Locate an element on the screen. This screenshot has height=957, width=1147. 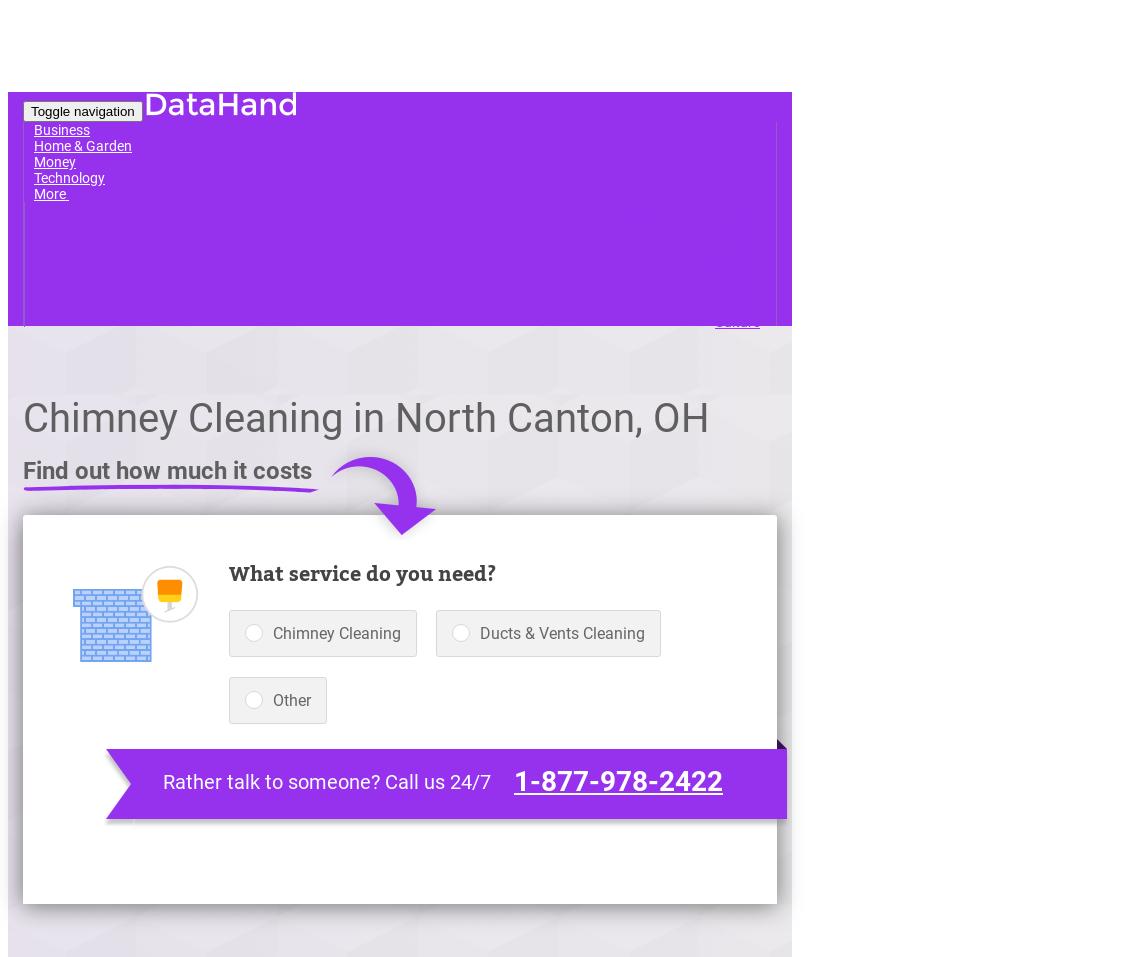
'Rather talk to someone? Call us 24/7' is located at coordinates (327, 780).